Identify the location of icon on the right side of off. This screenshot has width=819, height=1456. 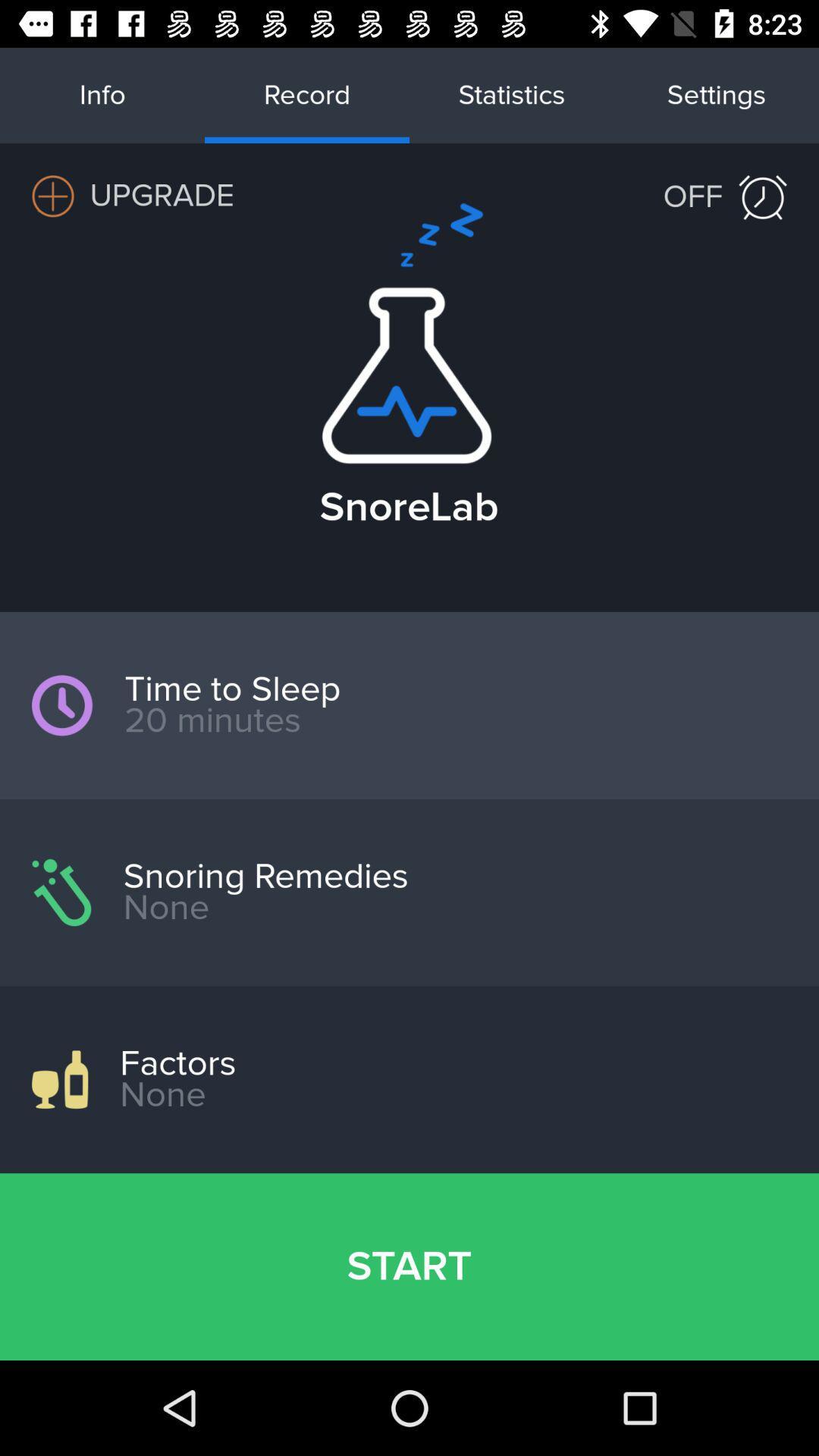
(763, 196).